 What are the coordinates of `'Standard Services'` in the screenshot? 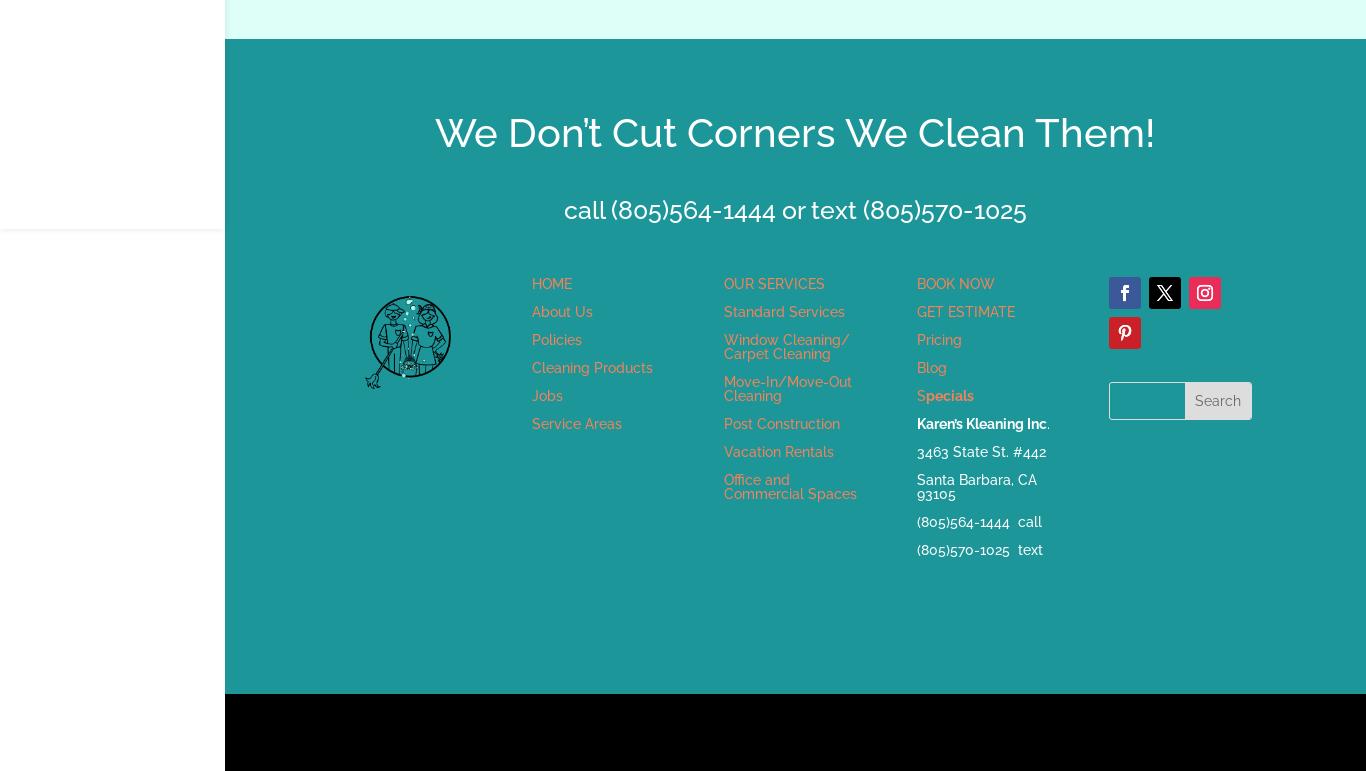 It's located at (784, 311).